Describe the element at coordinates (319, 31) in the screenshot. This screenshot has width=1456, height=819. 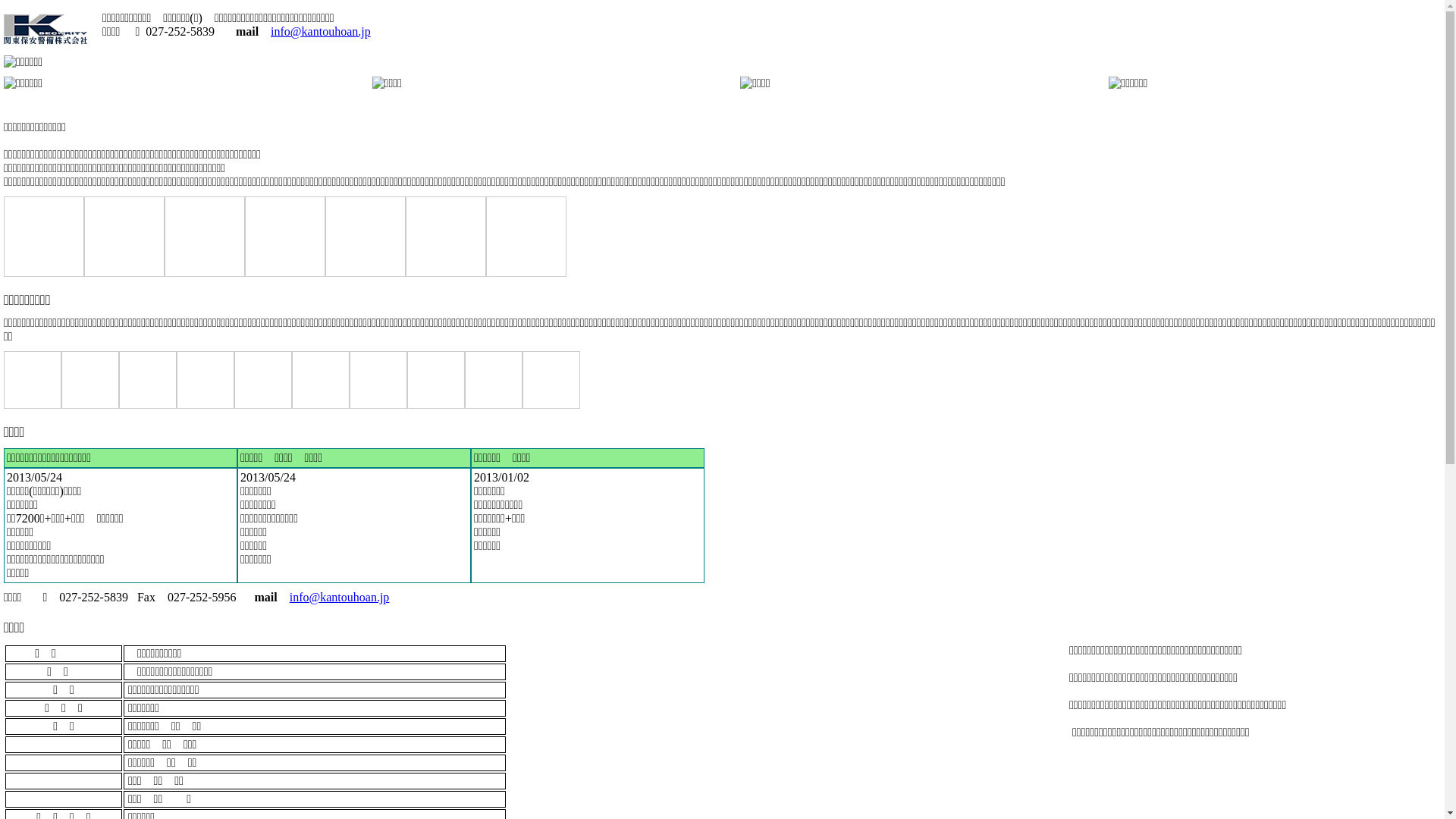
I see `'info@kantouhoan.jp'` at that location.